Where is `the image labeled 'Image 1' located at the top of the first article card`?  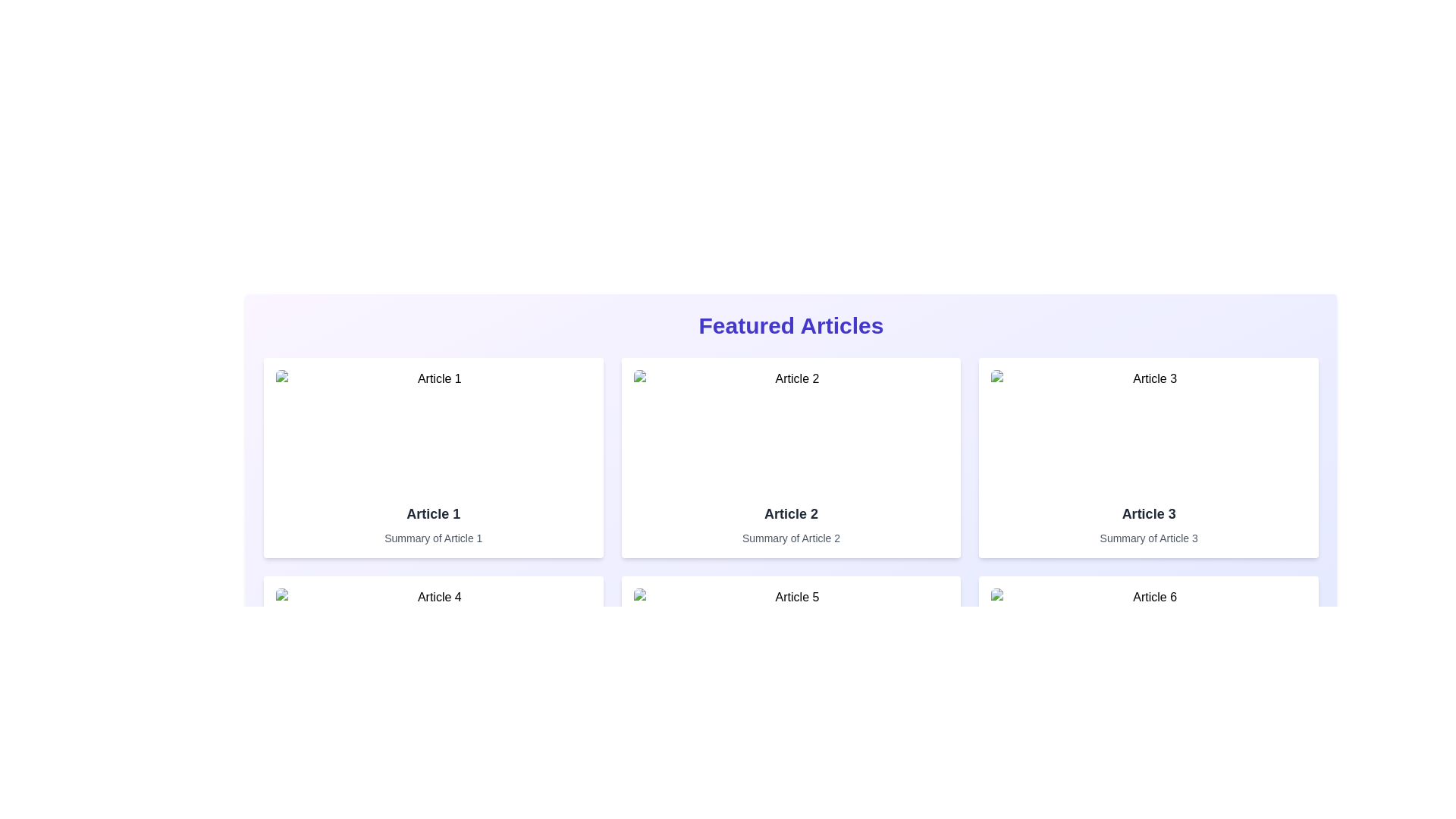 the image labeled 'Image 1' located at the top of the first article card is located at coordinates (432, 430).